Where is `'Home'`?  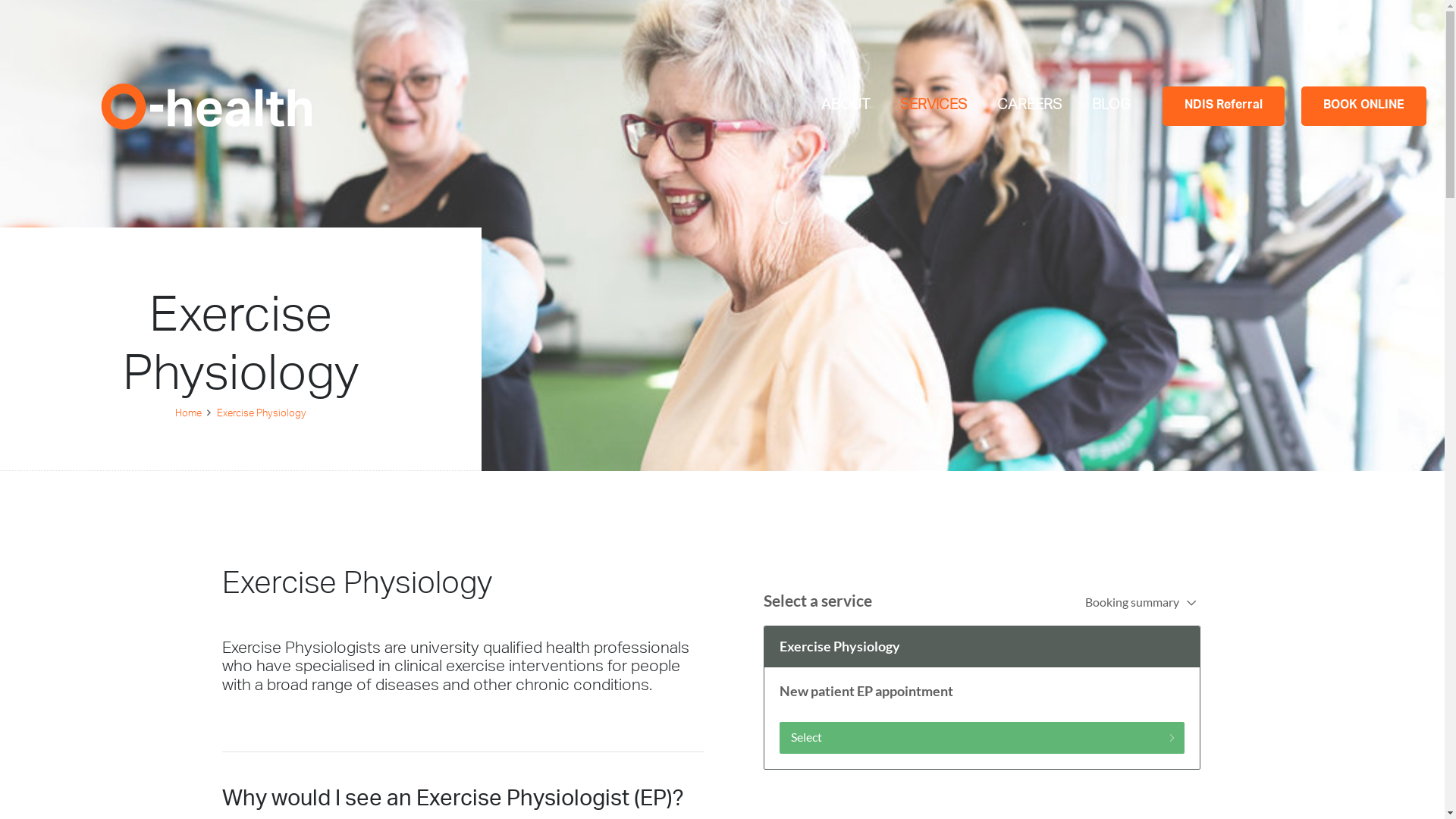 'Home' is located at coordinates (187, 414).